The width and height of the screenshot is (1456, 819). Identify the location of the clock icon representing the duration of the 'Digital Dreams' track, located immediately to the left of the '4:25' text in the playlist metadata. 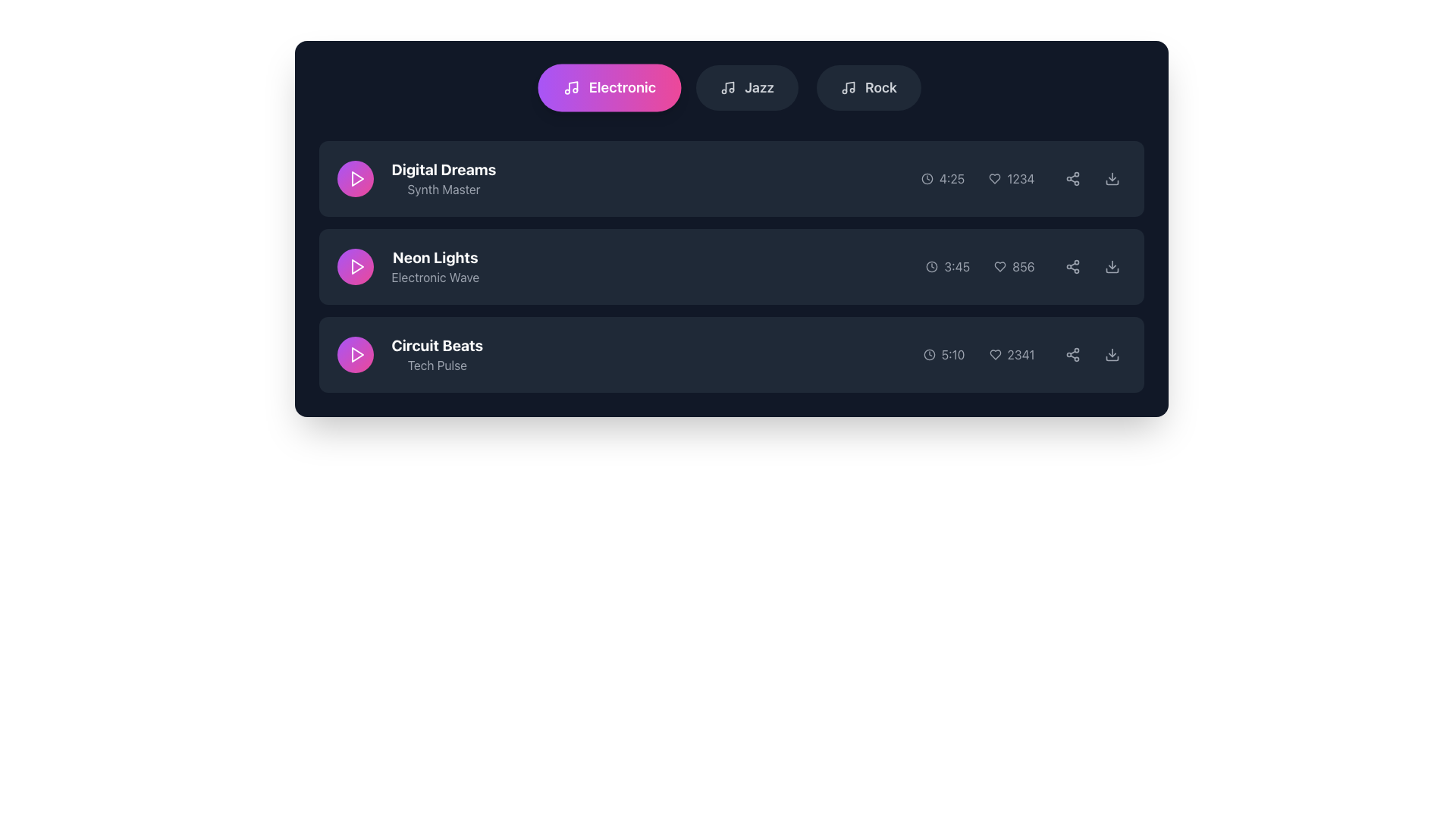
(926, 177).